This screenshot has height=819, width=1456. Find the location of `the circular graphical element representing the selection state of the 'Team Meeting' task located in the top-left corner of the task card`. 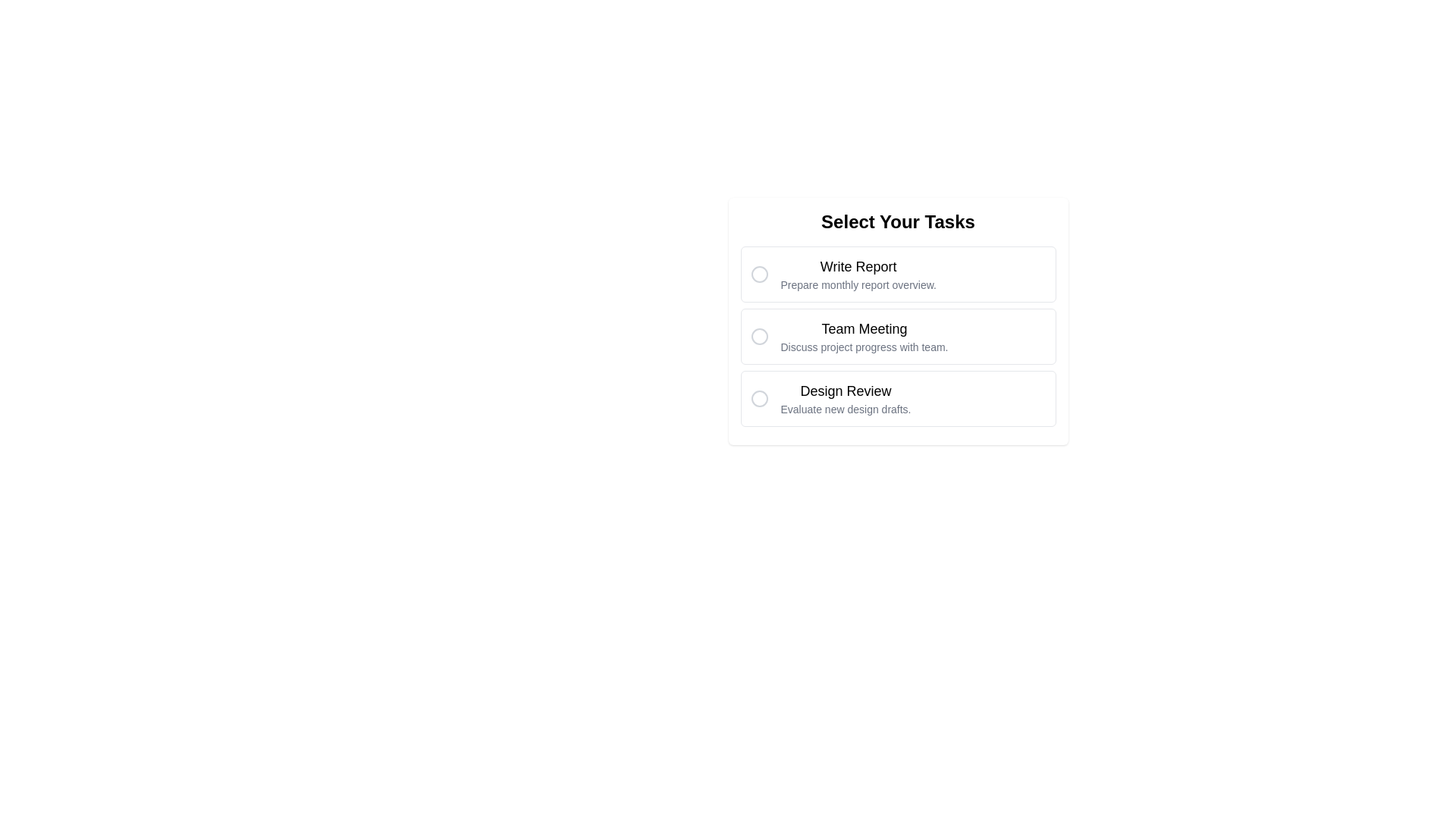

the circular graphical element representing the selection state of the 'Team Meeting' task located in the top-left corner of the task card is located at coordinates (759, 335).